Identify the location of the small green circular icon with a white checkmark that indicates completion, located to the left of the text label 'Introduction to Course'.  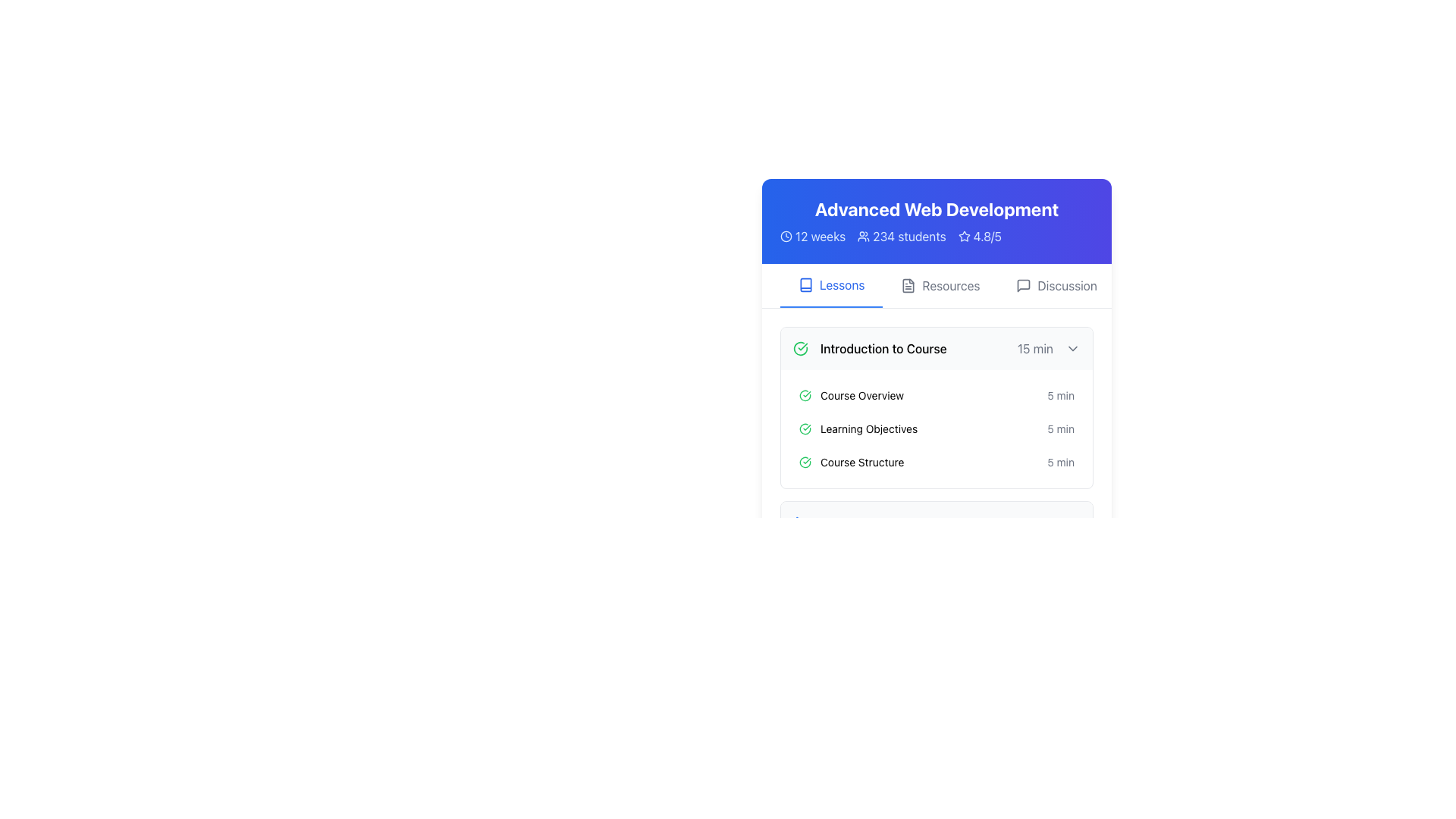
(800, 348).